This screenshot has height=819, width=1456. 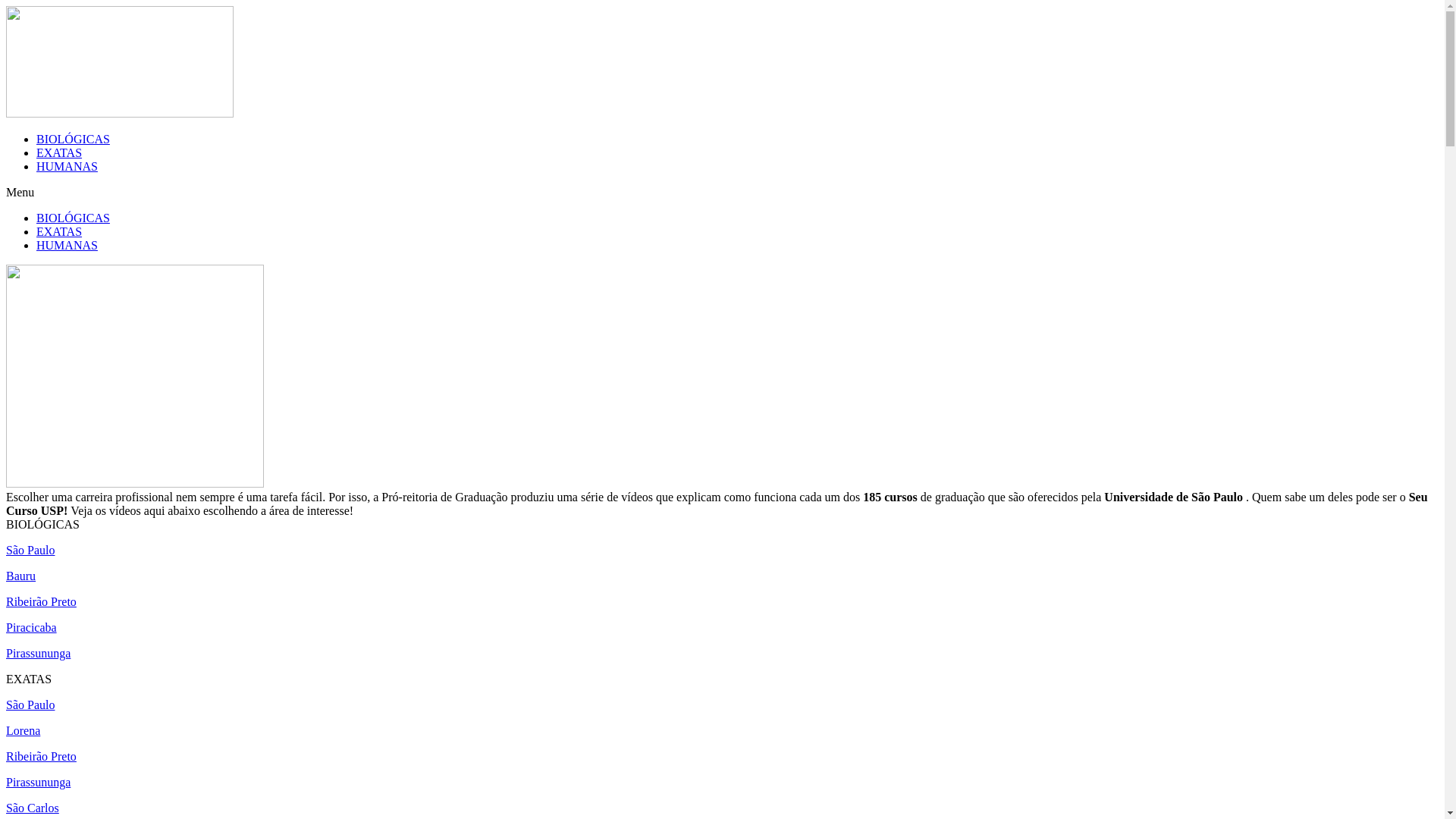 What do you see at coordinates (23, 730) in the screenshot?
I see `'Lorena'` at bounding box center [23, 730].